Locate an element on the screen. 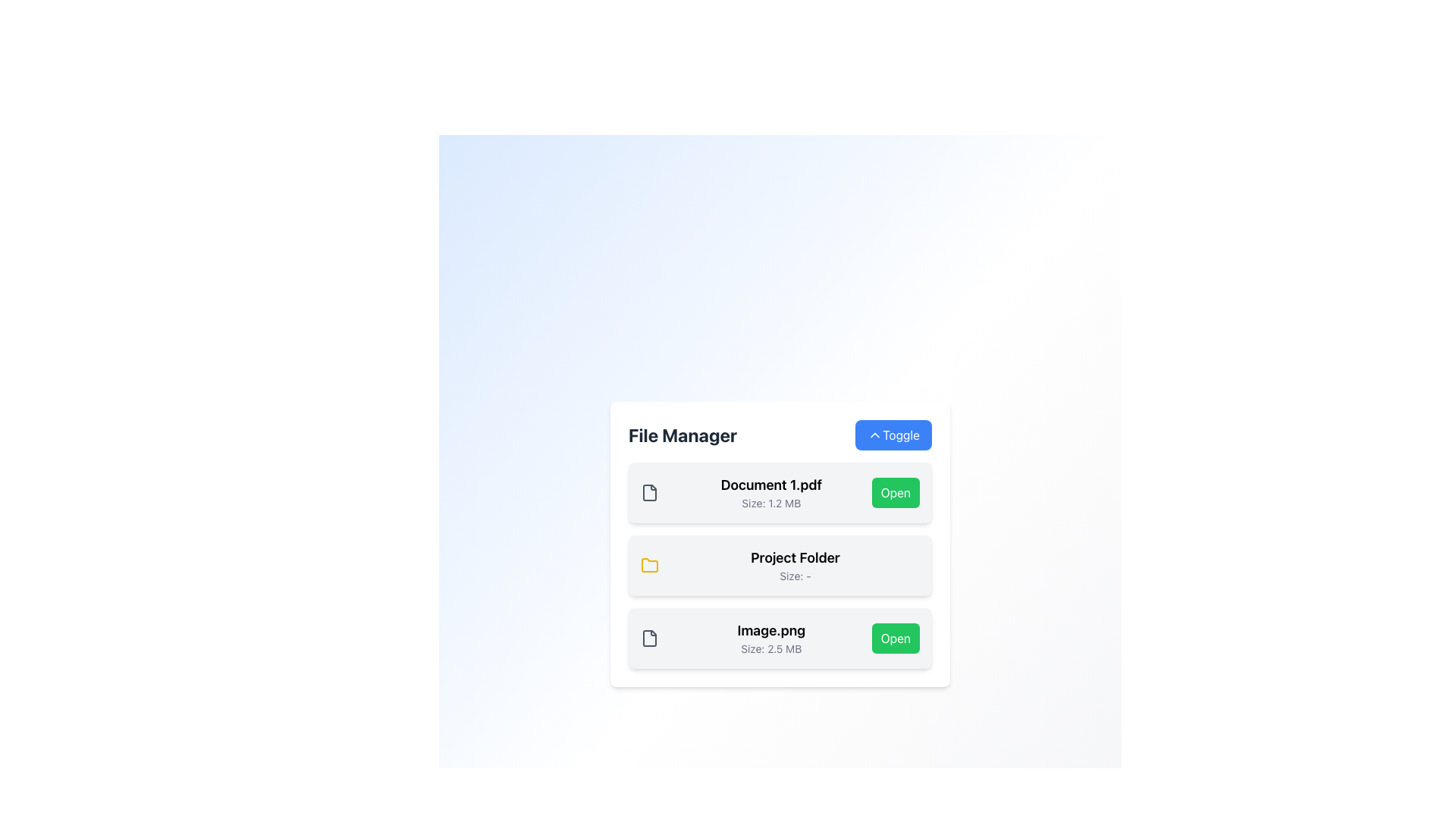 The image size is (1456, 819). the 'Open' button, which is a rectangular button with rounded edges, green background, and white text, located to the right of the 'Image.png' label in the file listing is located at coordinates (895, 638).